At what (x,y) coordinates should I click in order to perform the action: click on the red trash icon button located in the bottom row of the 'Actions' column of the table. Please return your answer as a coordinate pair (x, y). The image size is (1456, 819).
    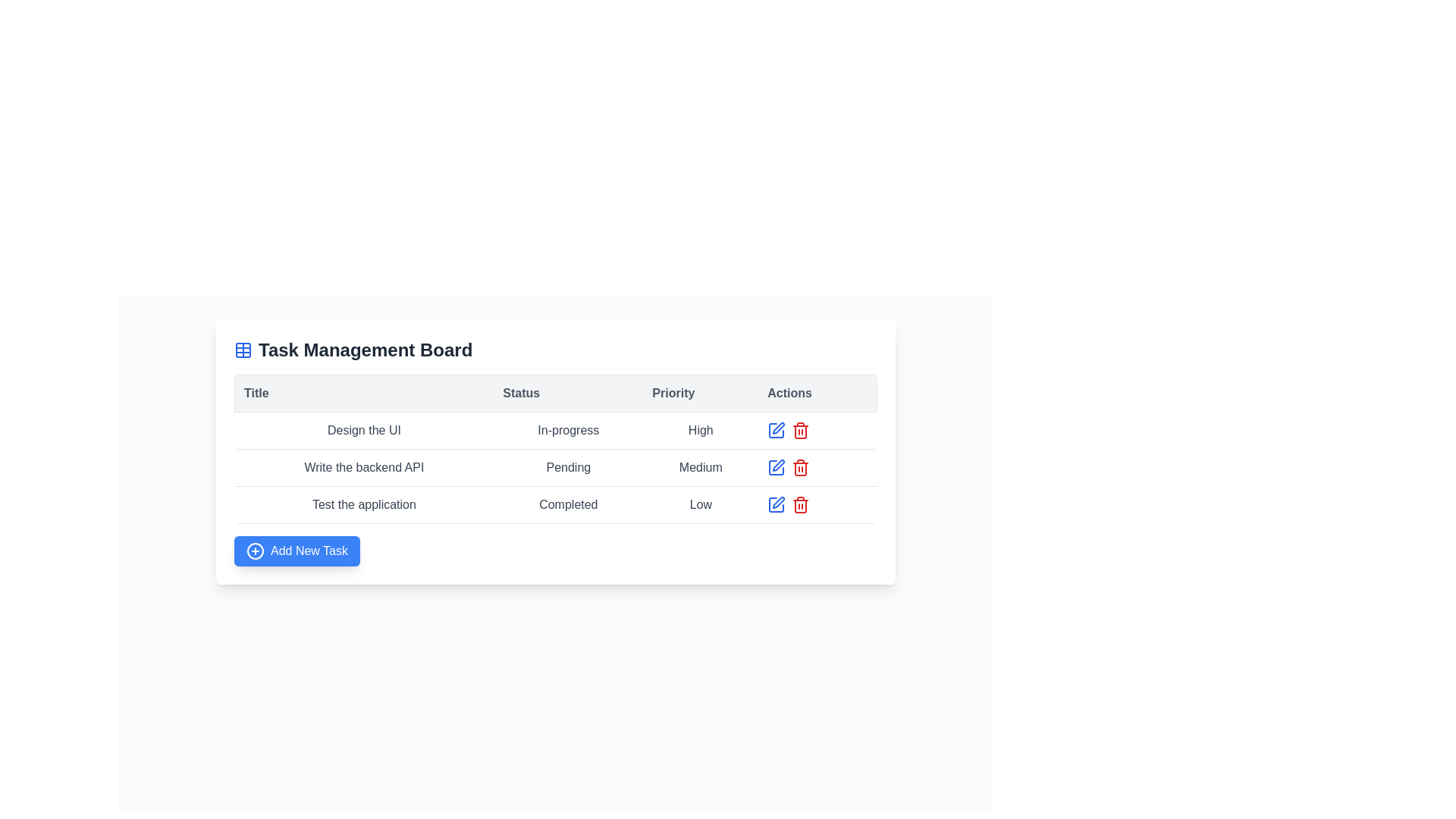
    Looking at the image, I should click on (800, 505).